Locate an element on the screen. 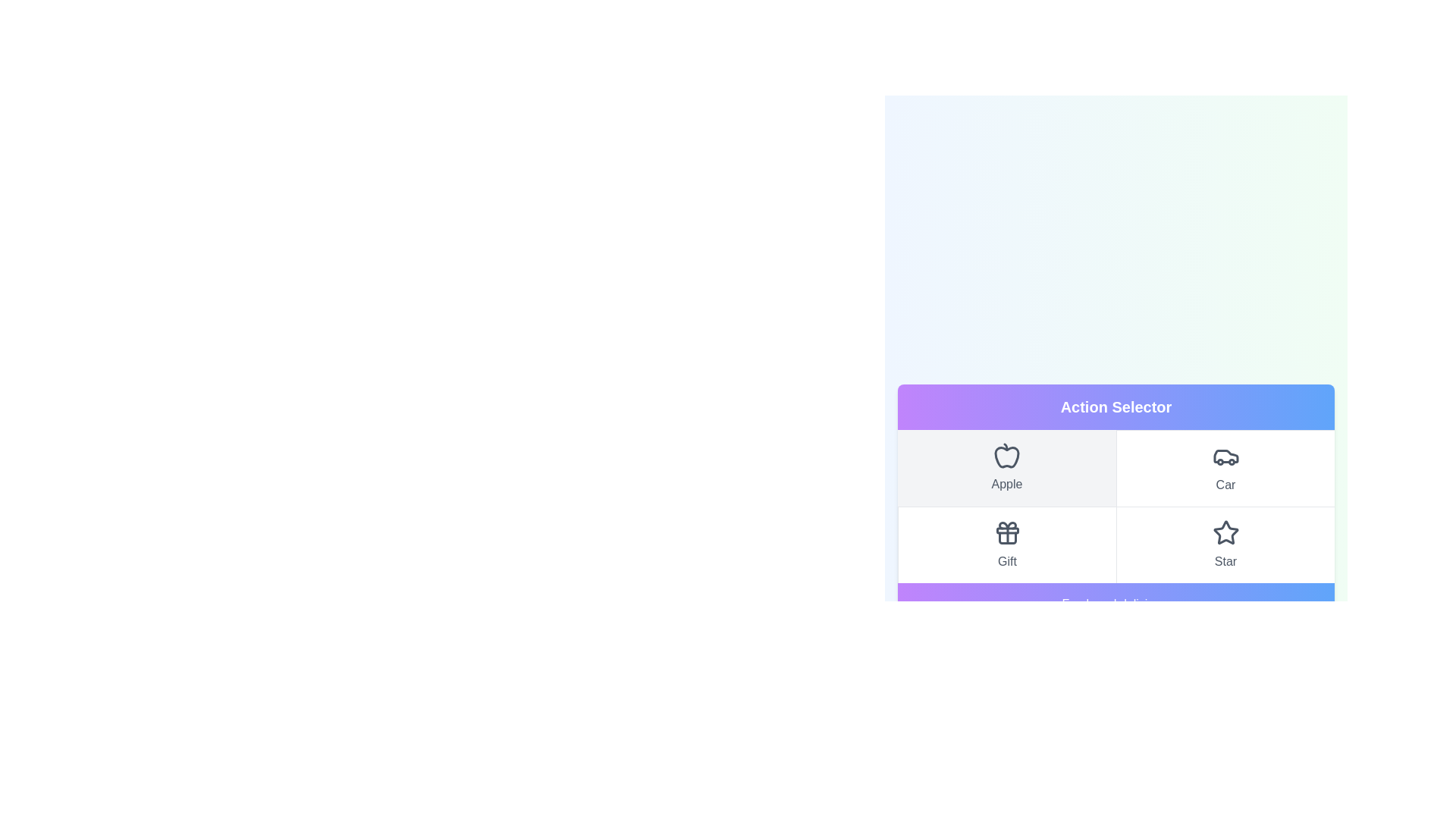 Image resolution: width=1456 pixels, height=819 pixels. the star-shaped icon located at the bottom-right corner of the 'Action Selector' grid layout, above the text label 'Star' is located at coordinates (1225, 532).